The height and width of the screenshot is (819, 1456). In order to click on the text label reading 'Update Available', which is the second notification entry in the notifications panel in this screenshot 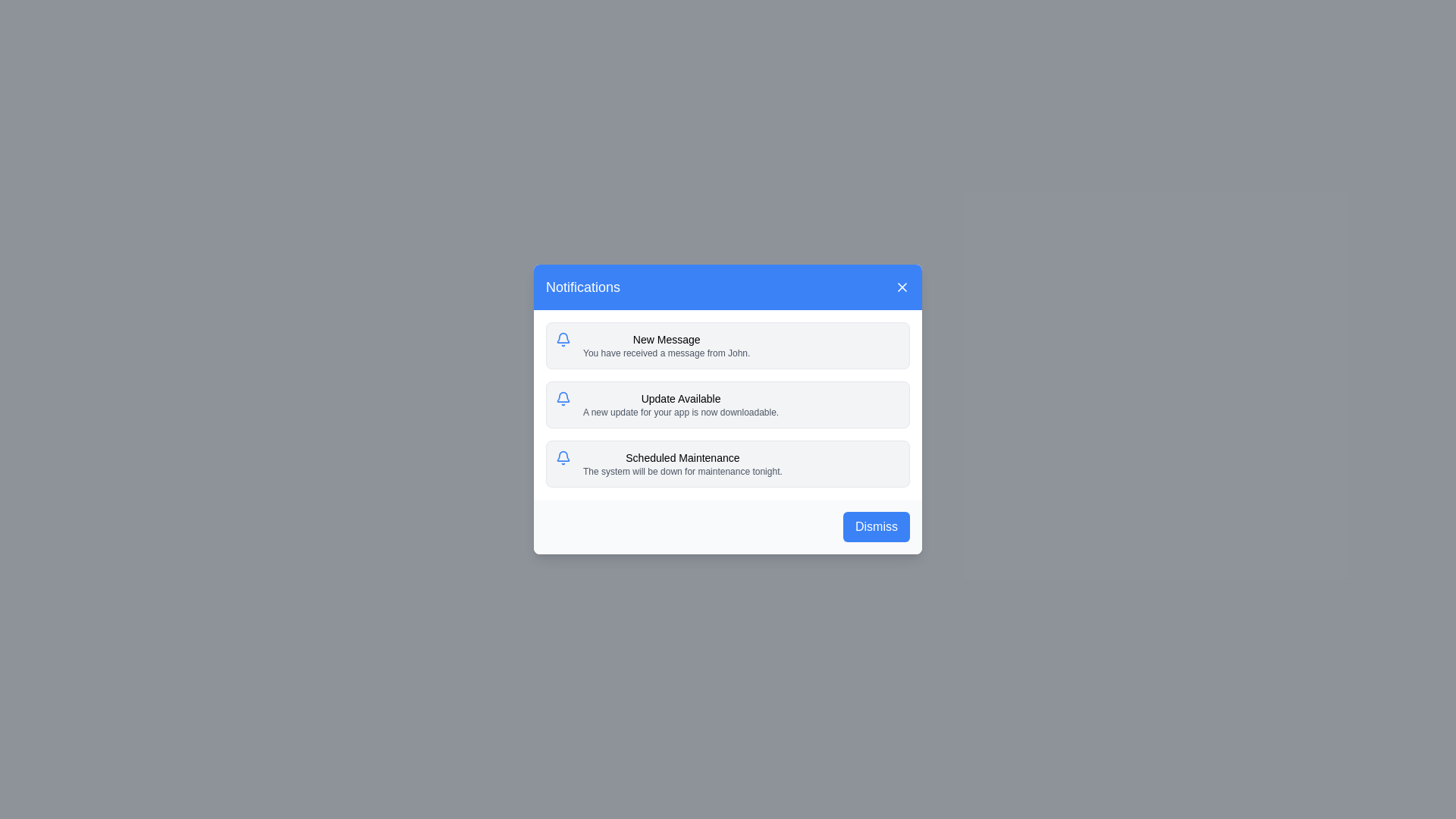, I will do `click(680, 397)`.